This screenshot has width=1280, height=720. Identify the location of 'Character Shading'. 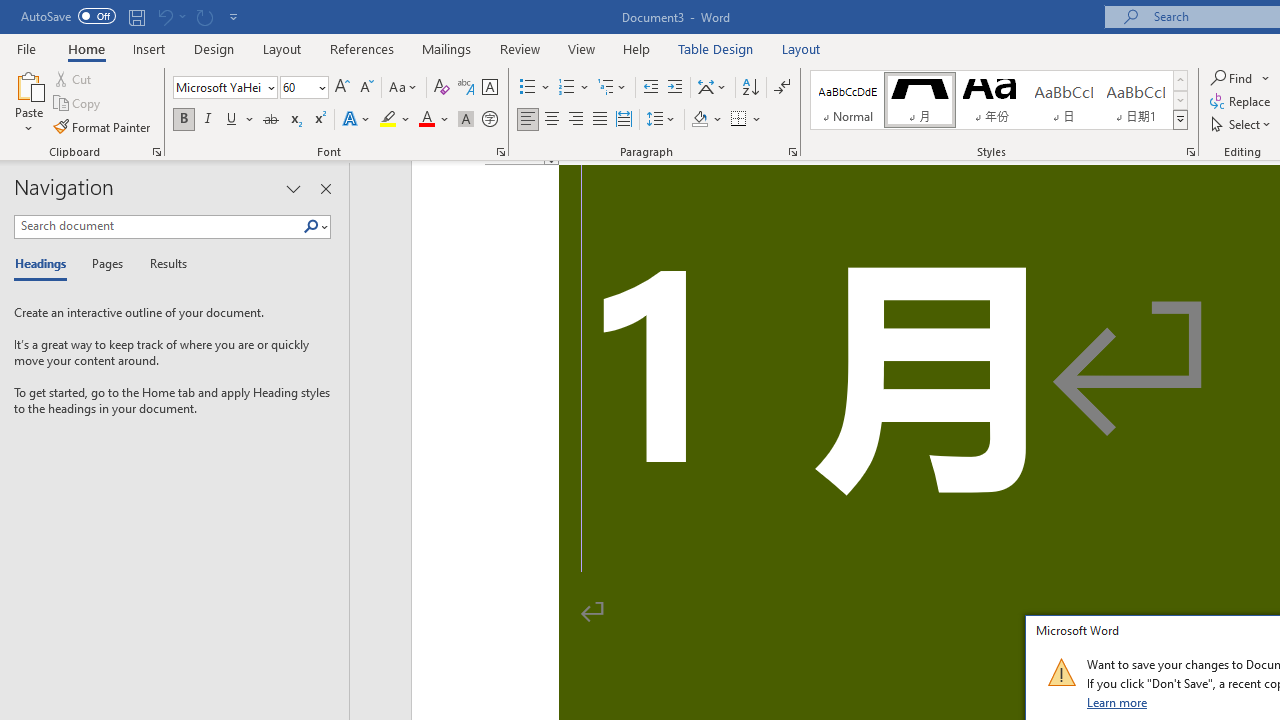
(464, 119).